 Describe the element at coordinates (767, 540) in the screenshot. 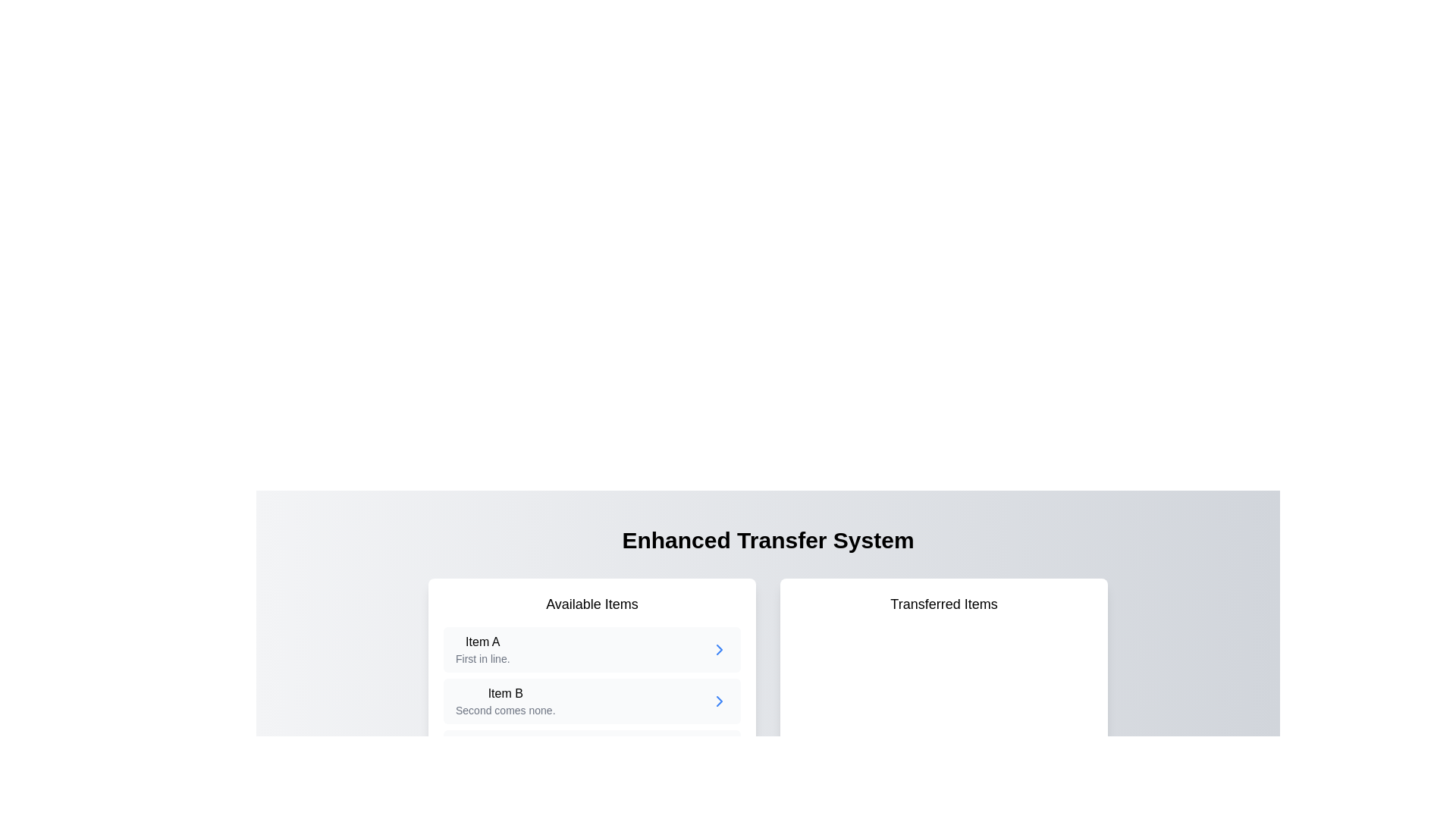

I see `the bold and large text label stating 'Enhanced Transfer System', which is centered at the top of its section with a black font on a light background` at that location.